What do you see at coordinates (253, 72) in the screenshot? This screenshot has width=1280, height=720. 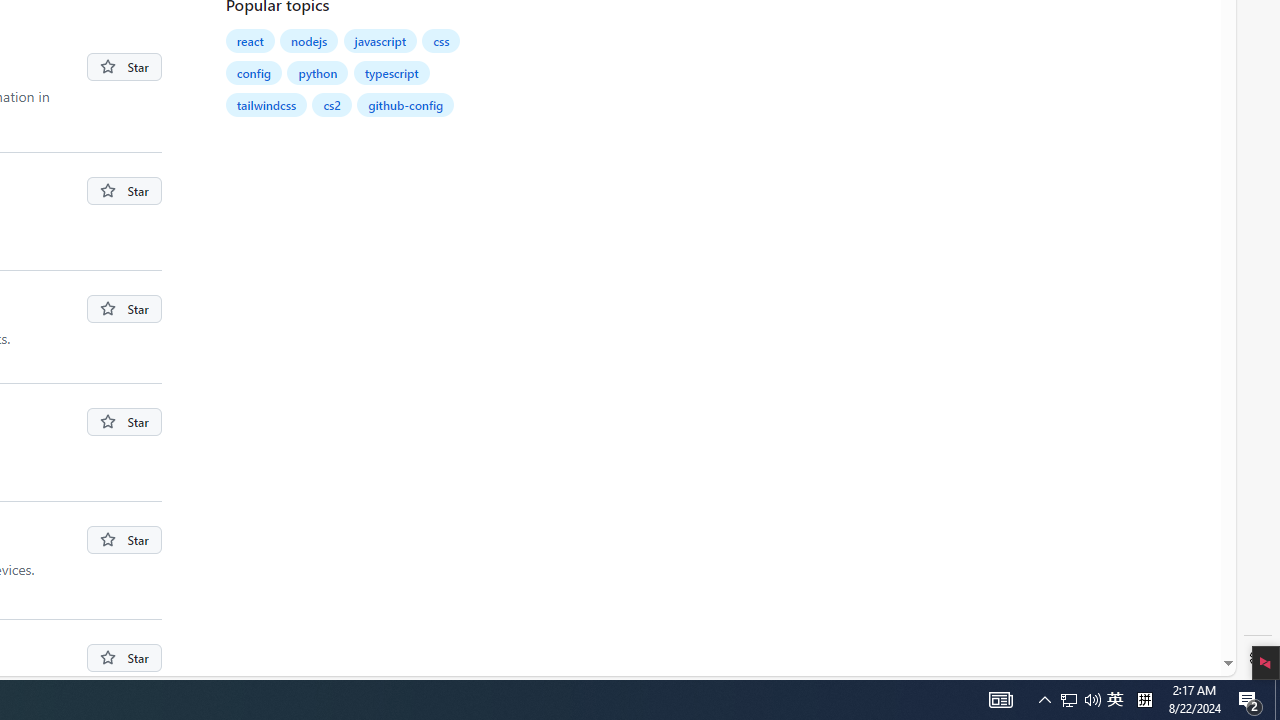 I see `'config'` at bounding box center [253, 72].